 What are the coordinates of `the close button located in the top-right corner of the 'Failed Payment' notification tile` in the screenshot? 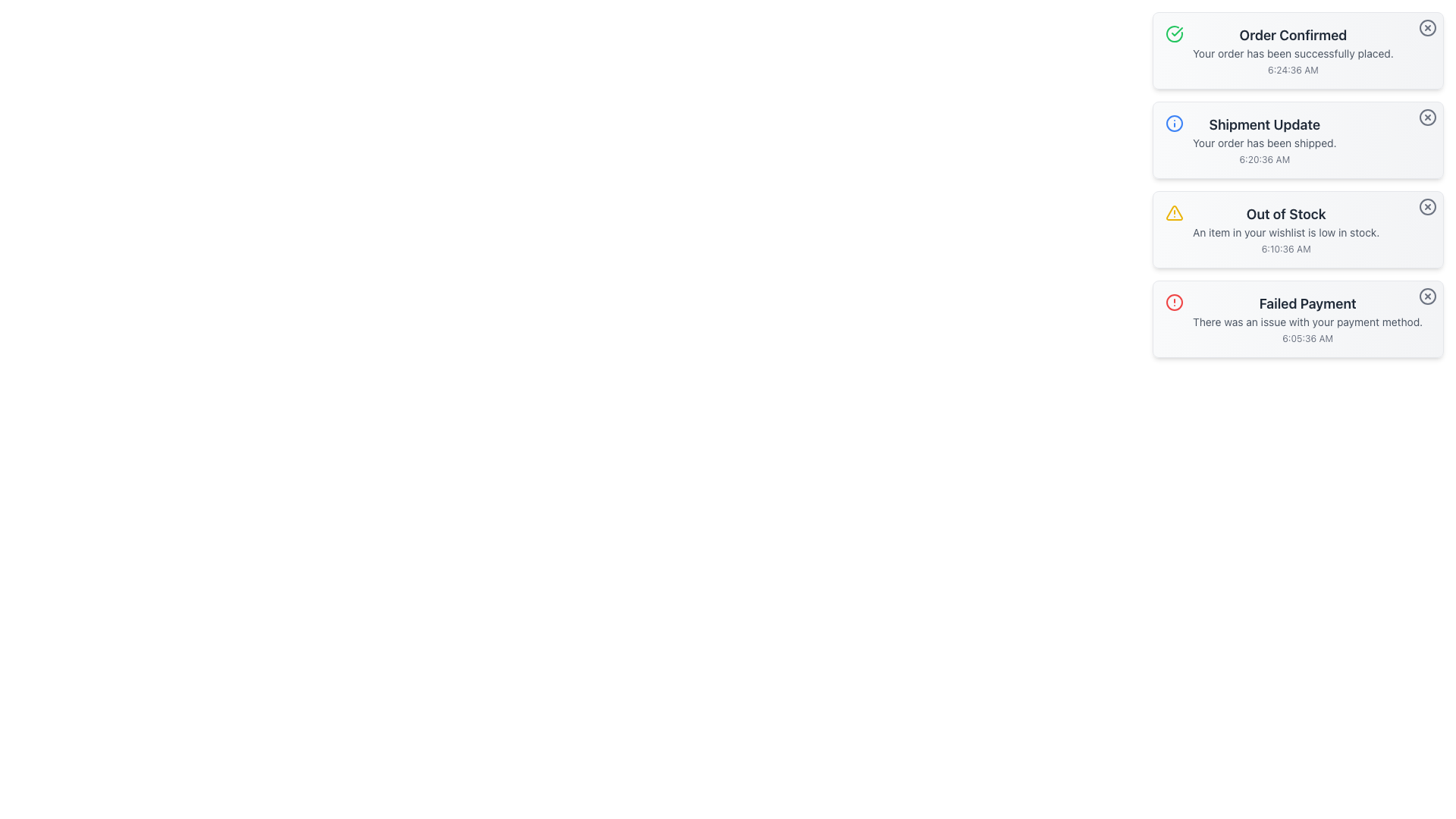 It's located at (1426, 296).